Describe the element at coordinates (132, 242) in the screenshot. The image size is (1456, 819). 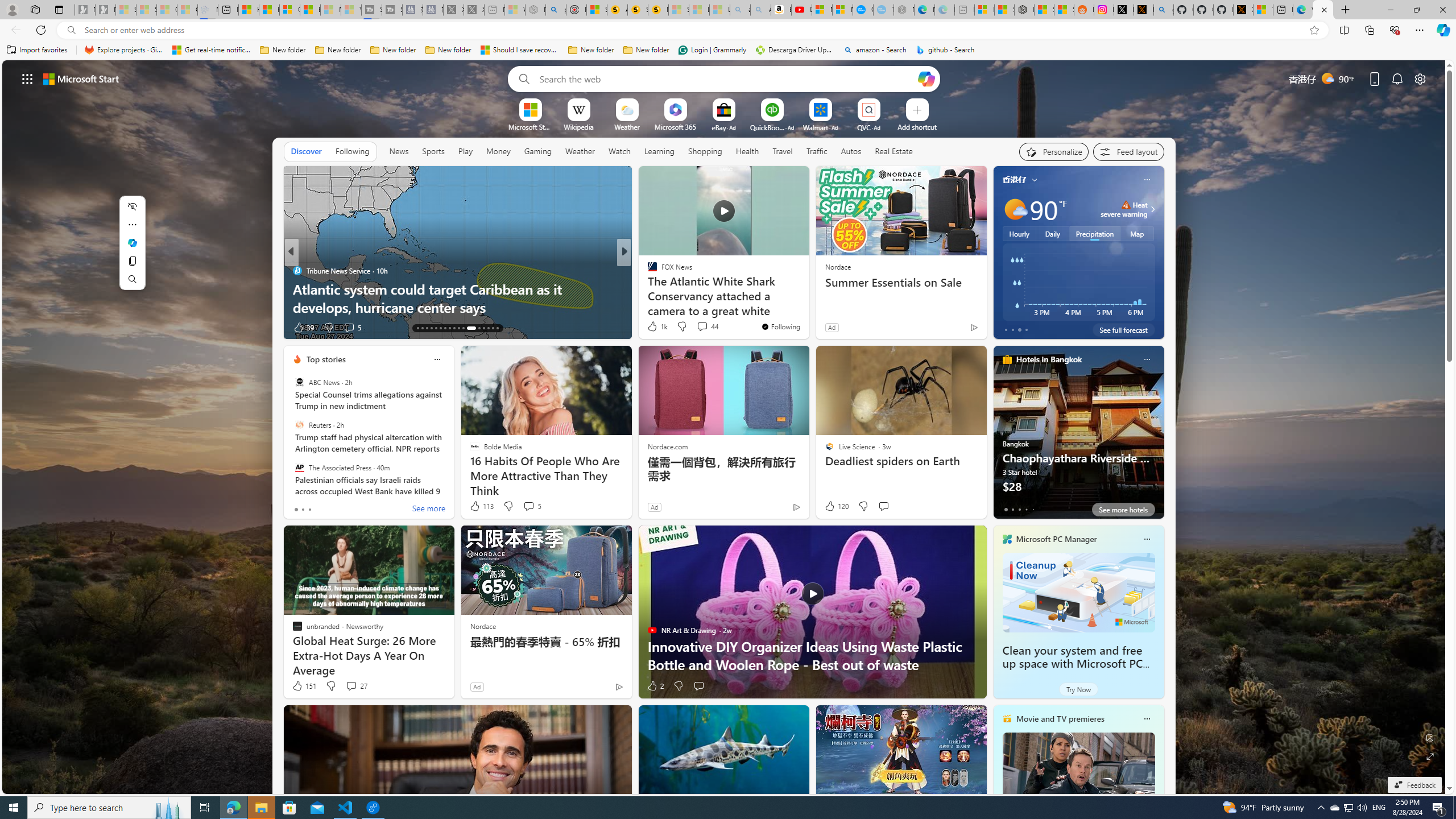
I see `'Mini menu on text selection'` at that location.